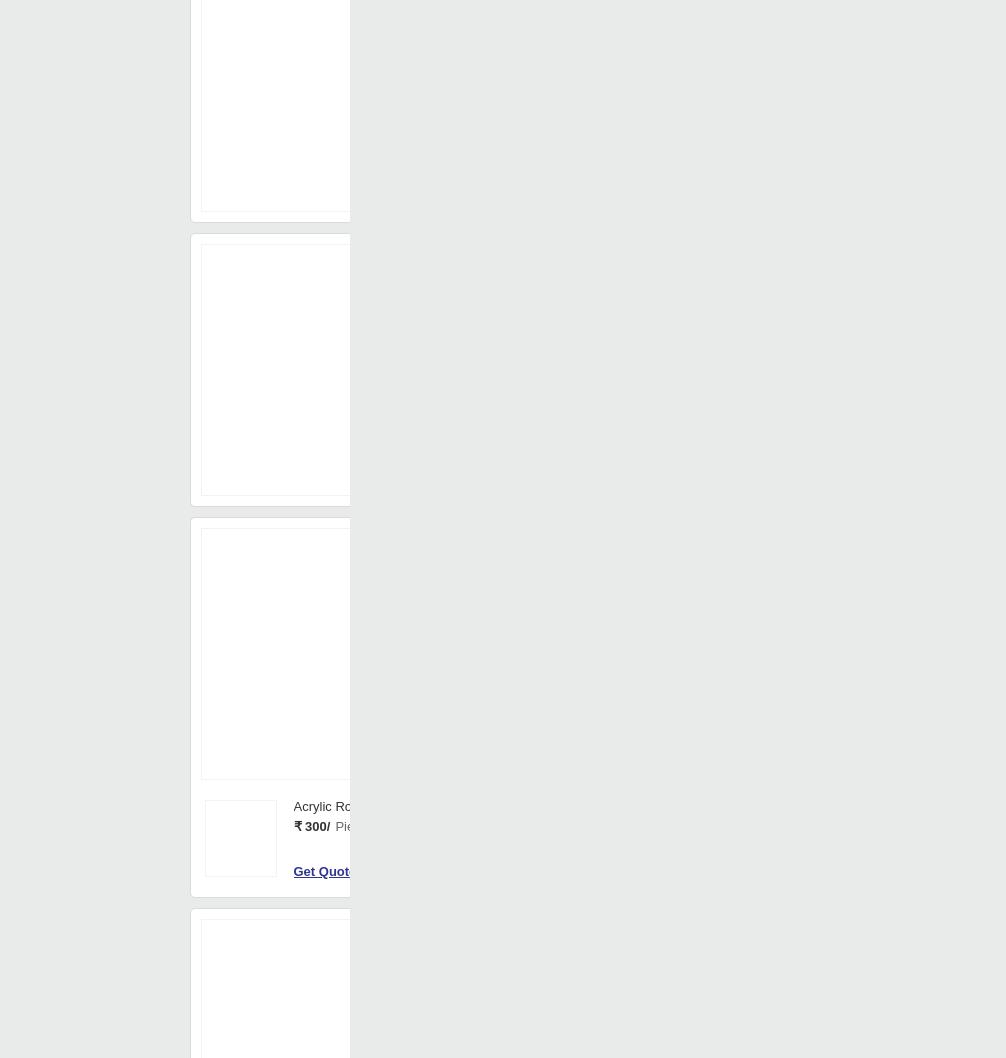 This screenshot has width=1006, height=1058. Describe the element at coordinates (382, 131) in the screenshot. I see `'Multicolor Pull/push Sign, 5 Mm'` at that location.